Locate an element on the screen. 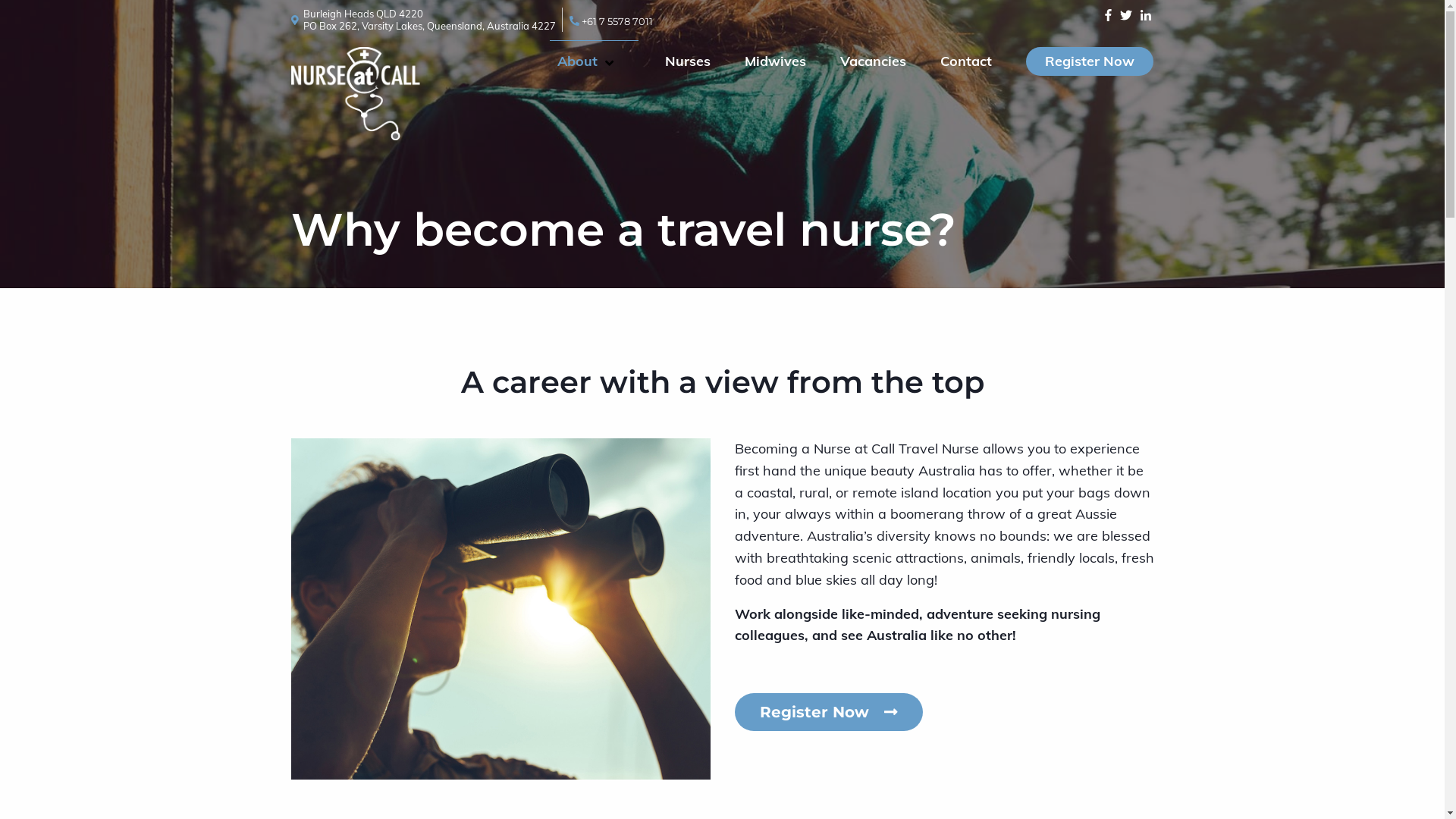 The image size is (1456, 819). '+61 7 5578 7011' is located at coordinates (611, 20).